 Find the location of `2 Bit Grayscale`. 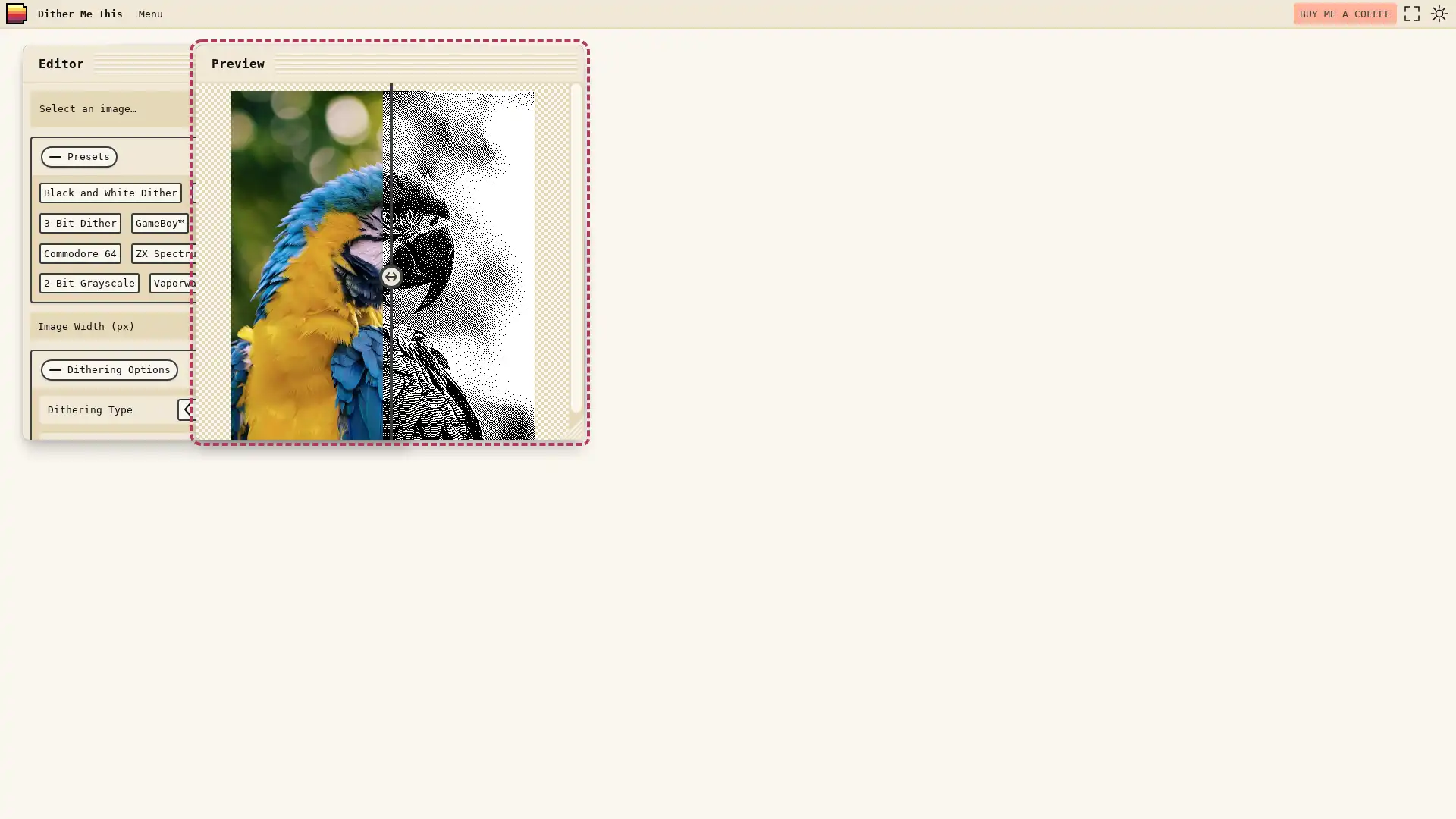

2 Bit Grayscale is located at coordinates (338, 252).